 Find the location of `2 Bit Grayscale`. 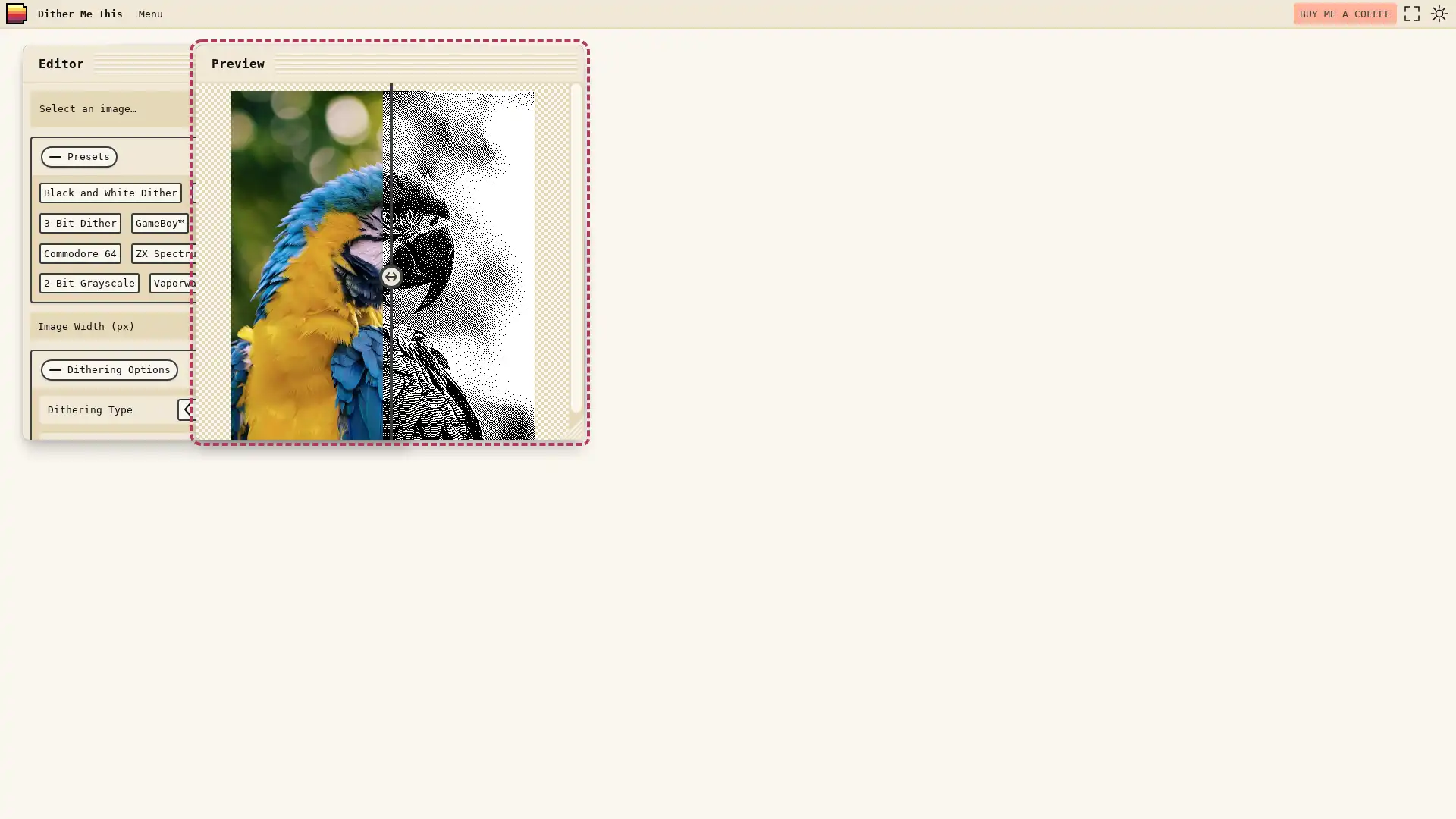

2 Bit Grayscale is located at coordinates (338, 252).